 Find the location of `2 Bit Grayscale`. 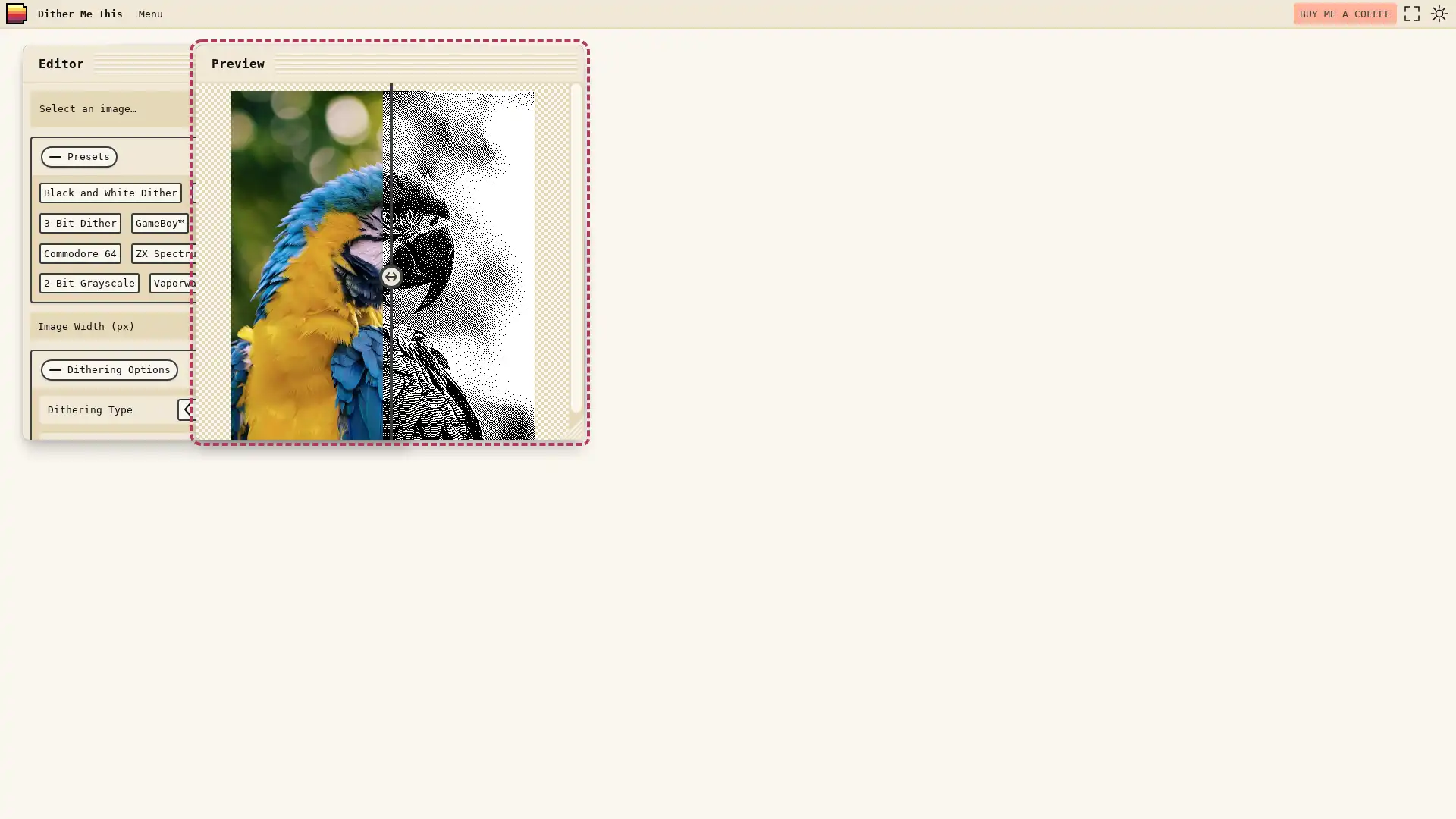

2 Bit Grayscale is located at coordinates (338, 252).